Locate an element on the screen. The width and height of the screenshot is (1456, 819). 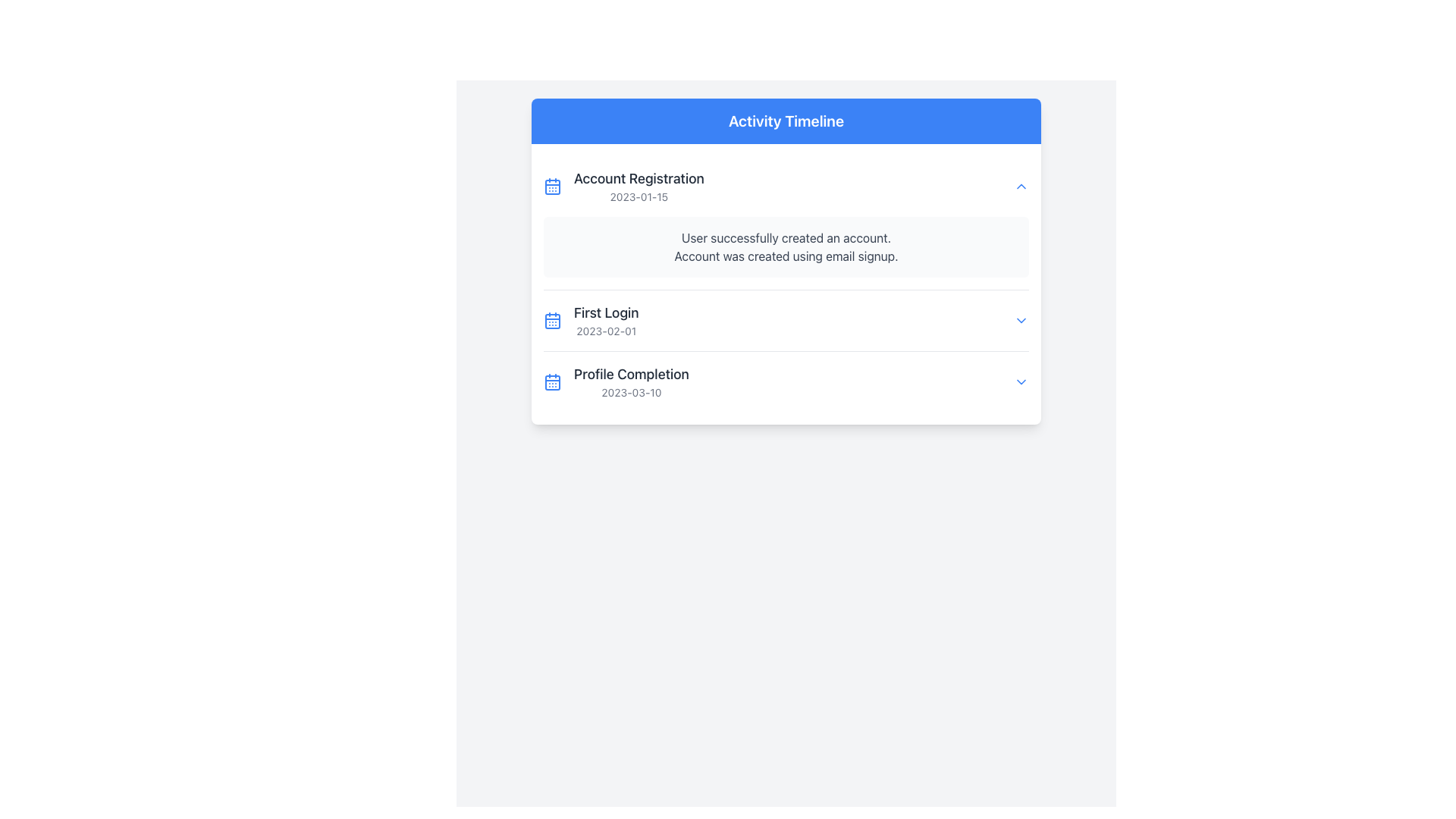
text content of the small gray text label displaying the date '2023-03-10' located below the 'Profile Completion' title in the timeline entry is located at coordinates (631, 391).